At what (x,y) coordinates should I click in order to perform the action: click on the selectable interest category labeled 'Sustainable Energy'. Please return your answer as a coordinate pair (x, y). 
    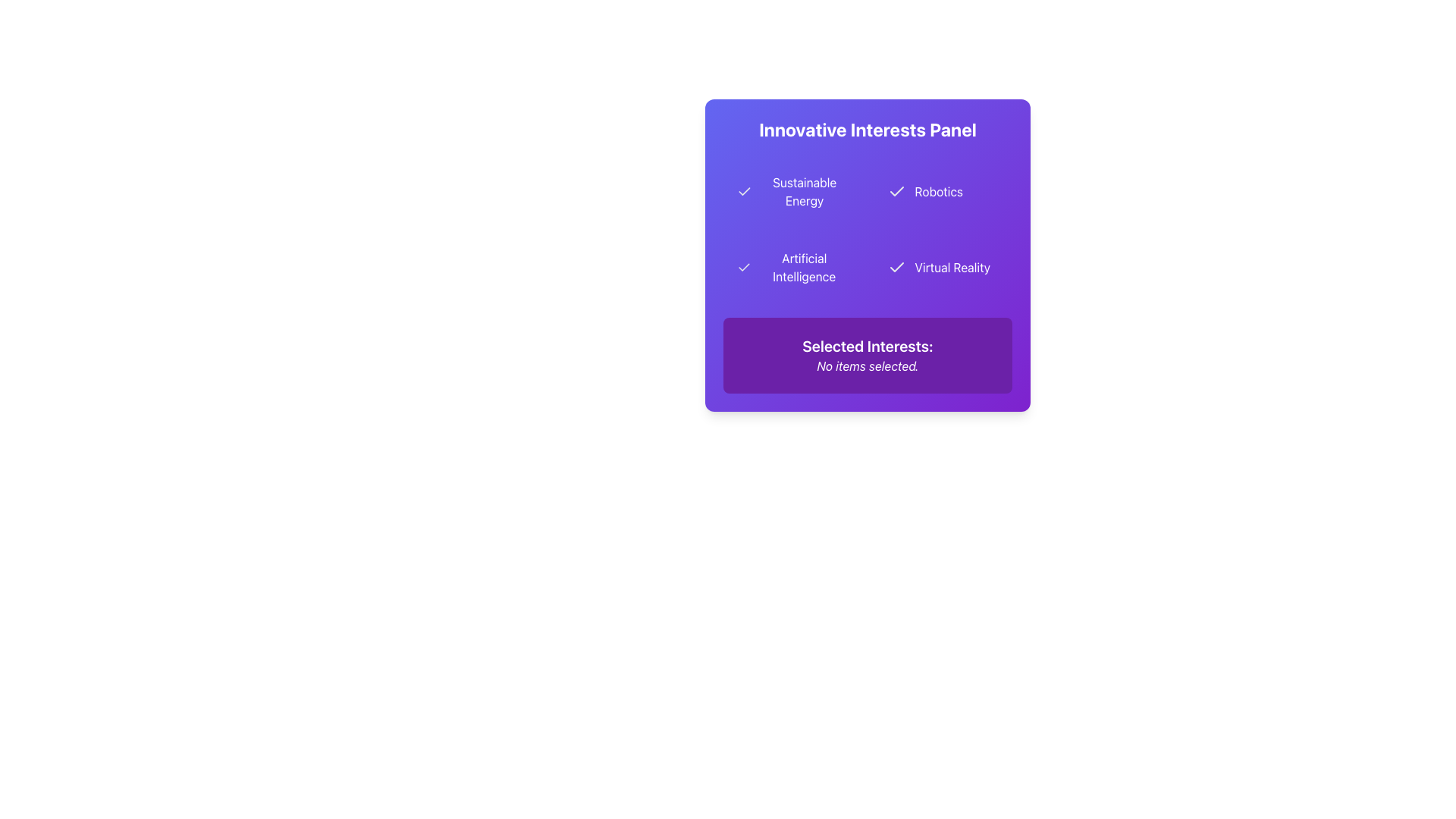
    Looking at the image, I should click on (792, 191).